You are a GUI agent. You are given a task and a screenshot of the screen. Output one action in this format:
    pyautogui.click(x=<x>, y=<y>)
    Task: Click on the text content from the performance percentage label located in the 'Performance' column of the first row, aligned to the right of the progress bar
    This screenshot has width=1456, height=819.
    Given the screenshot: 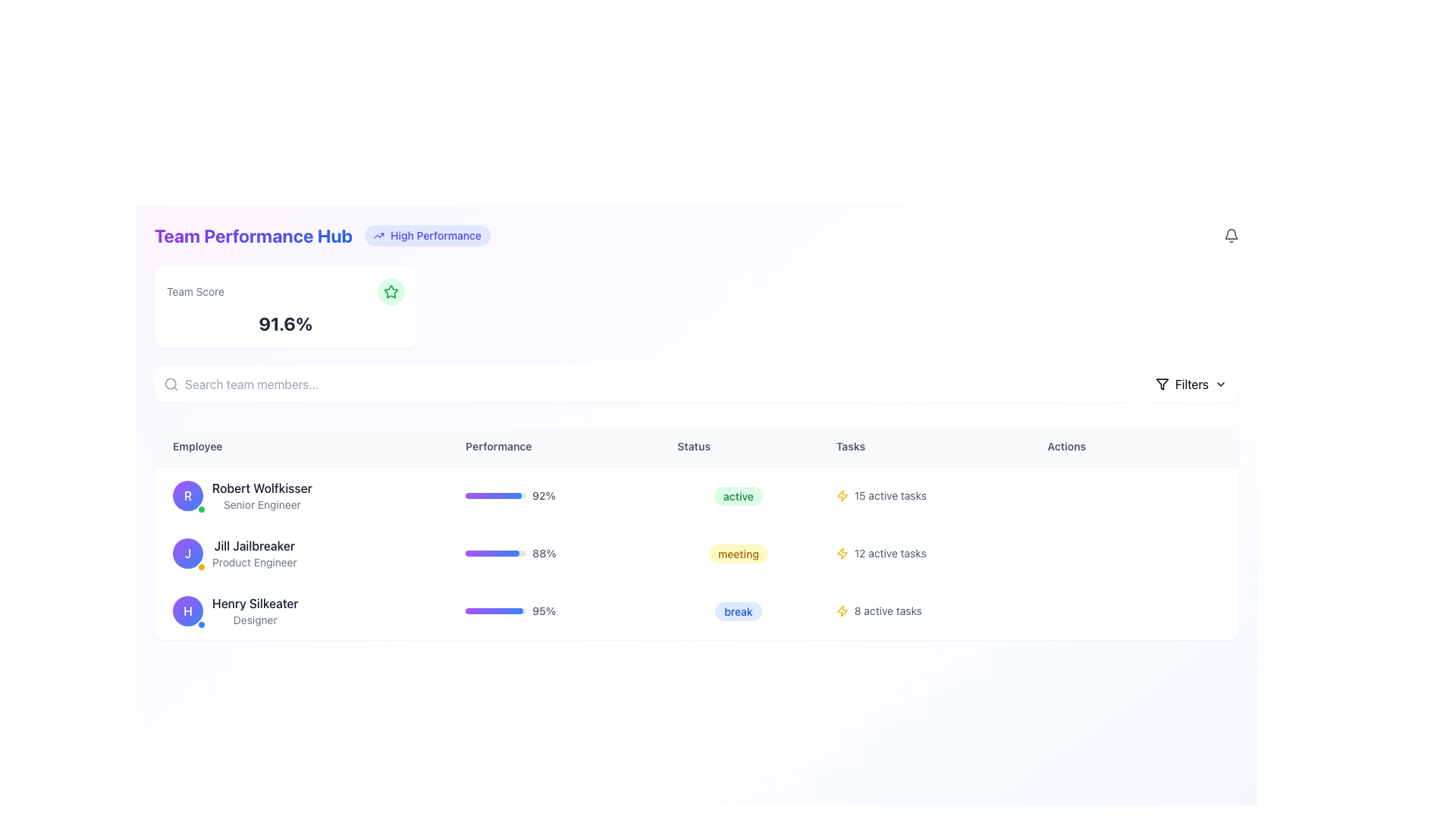 What is the action you would take?
    pyautogui.click(x=544, y=496)
    